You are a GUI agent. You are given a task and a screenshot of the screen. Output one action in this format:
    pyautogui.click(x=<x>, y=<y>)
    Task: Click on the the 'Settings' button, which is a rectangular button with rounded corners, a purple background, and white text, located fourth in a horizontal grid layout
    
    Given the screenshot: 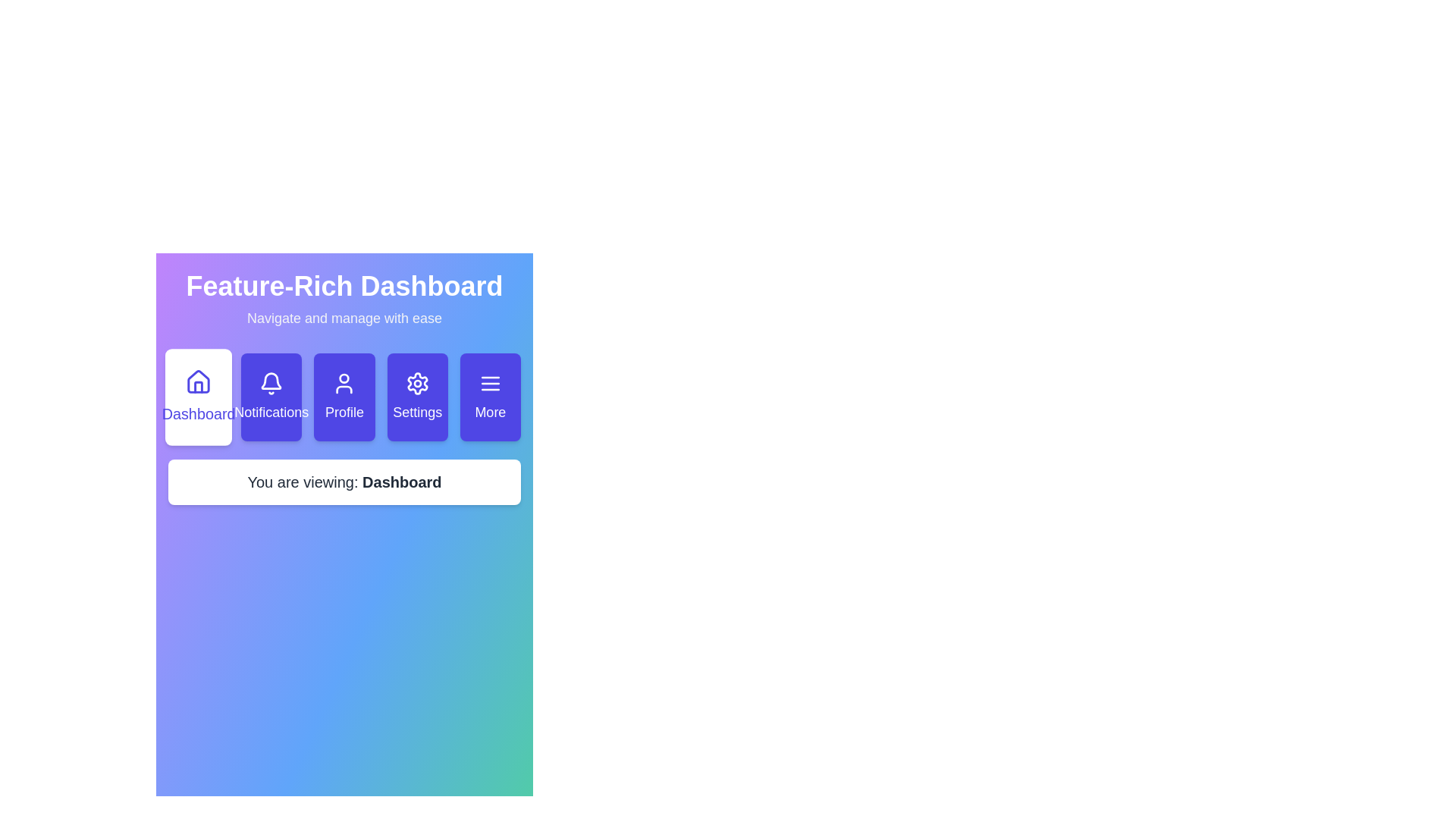 What is the action you would take?
    pyautogui.click(x=417, y=397)
    